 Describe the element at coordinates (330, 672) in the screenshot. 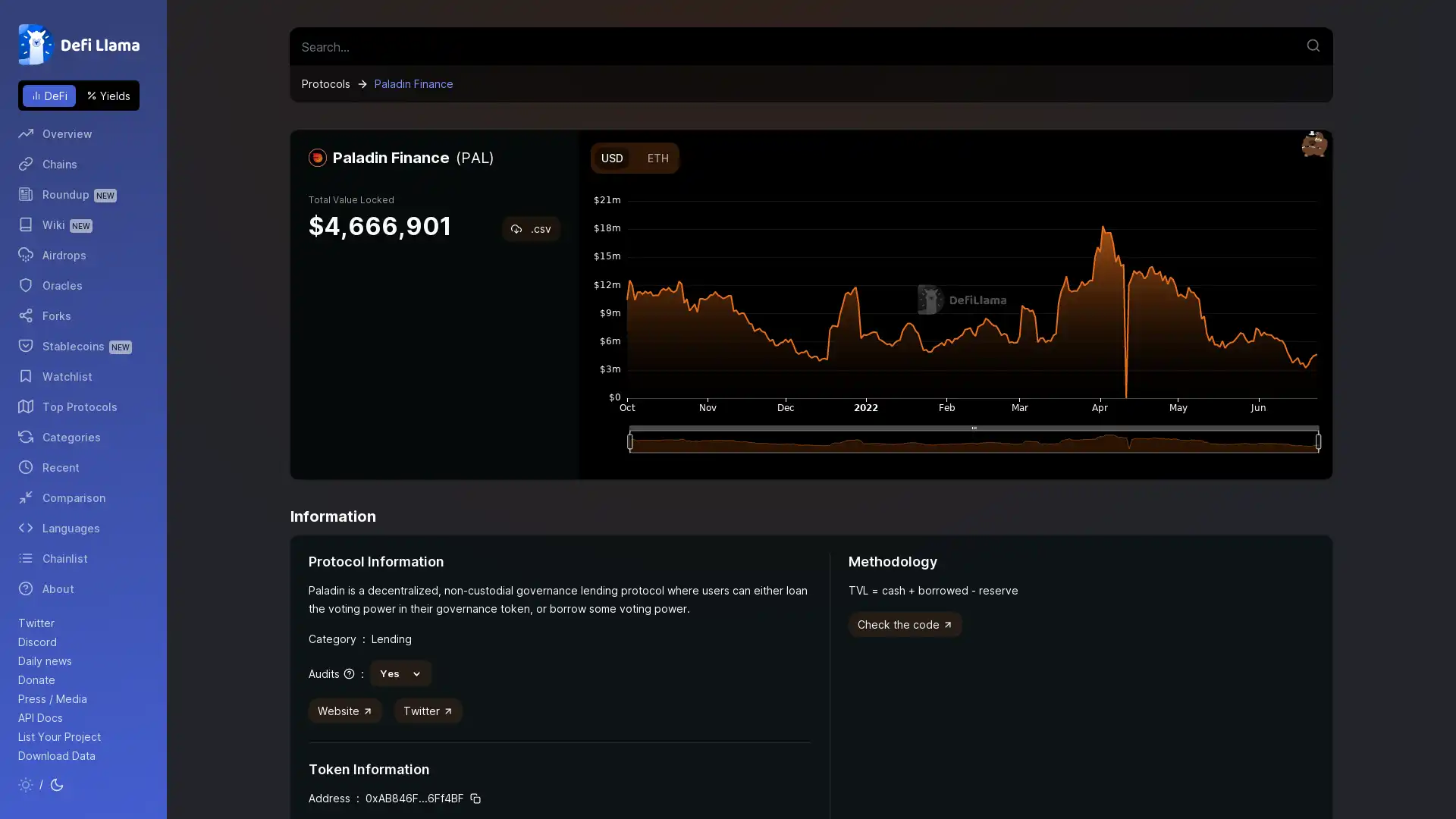

I see `Audits are not a guarantee of security.` at that location.